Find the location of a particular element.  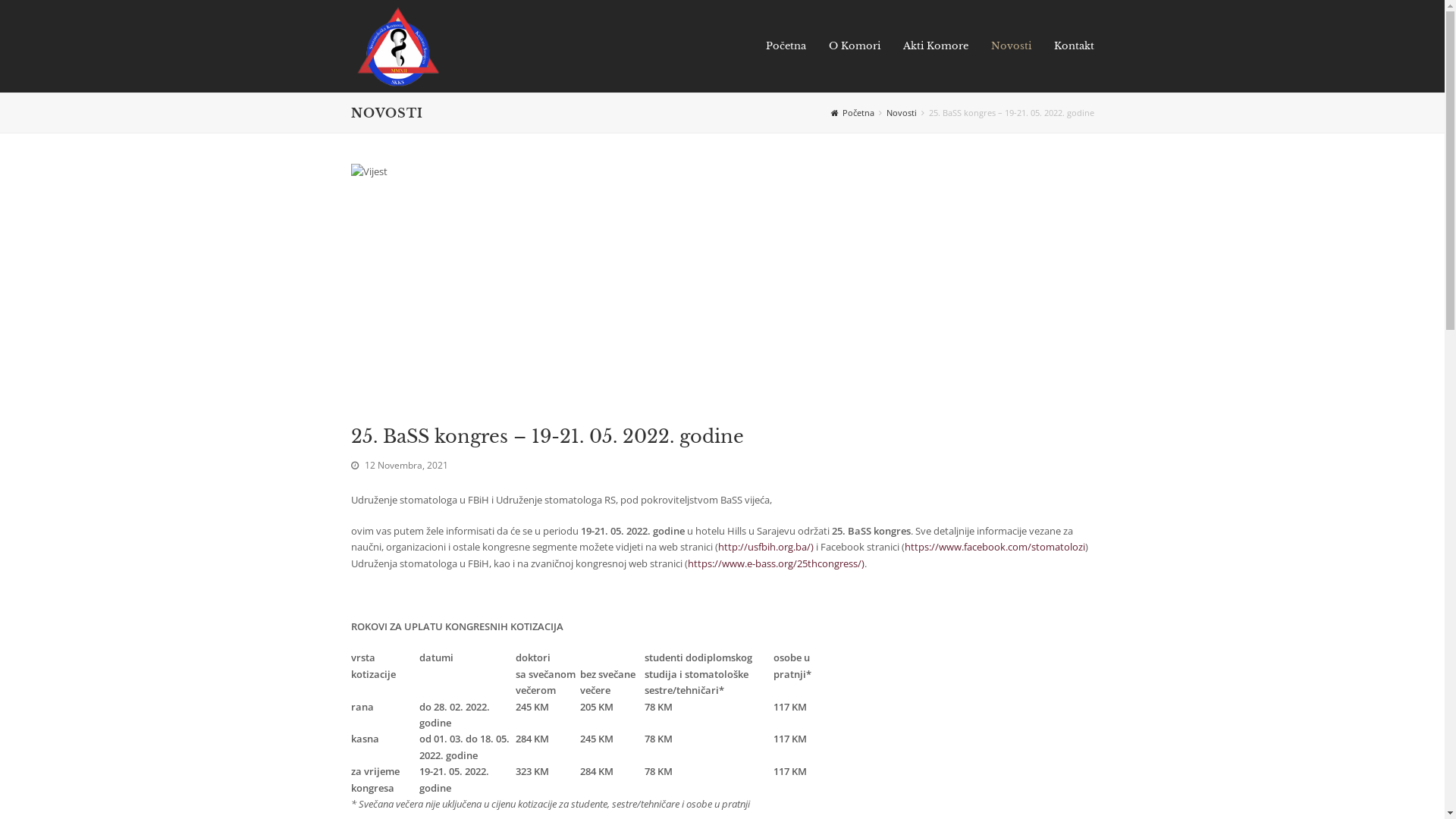

'https://www.e-bass.org/25thcongress/)' is located at coordinates (775, 563).